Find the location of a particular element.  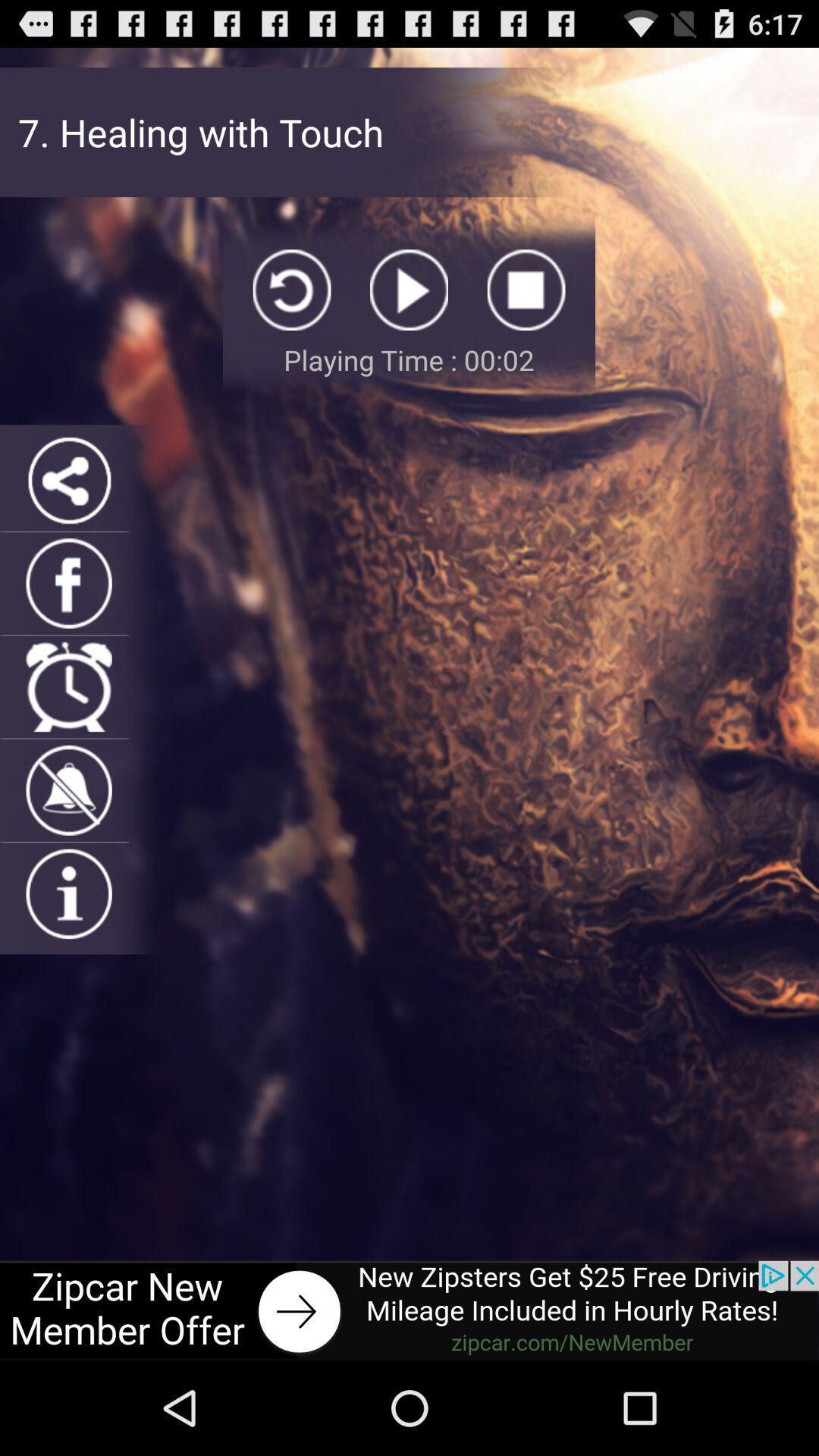

the notifications icon is located at coordinates (69, 845).